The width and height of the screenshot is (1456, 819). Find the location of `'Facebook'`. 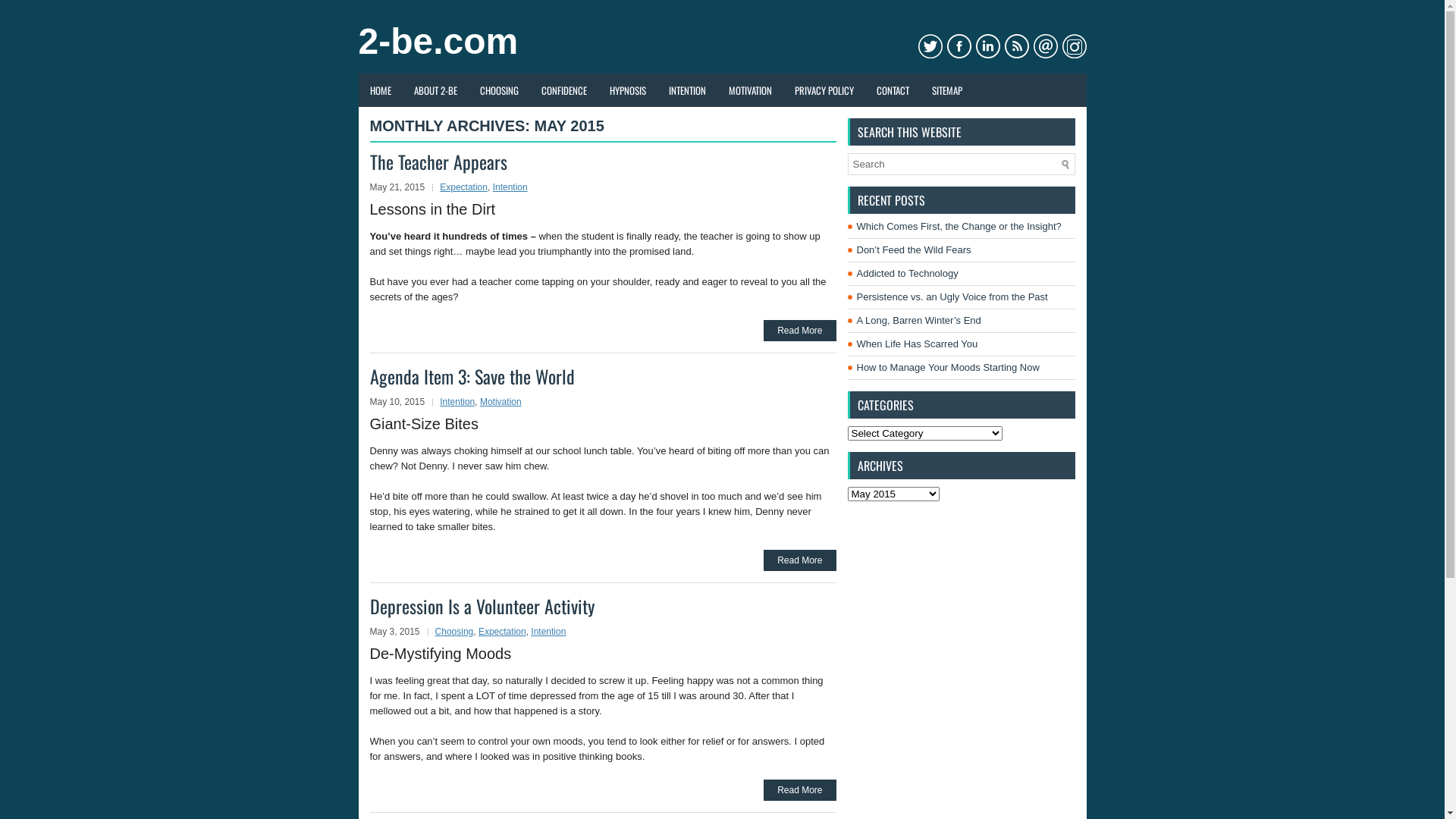

'Facebook' is located at coordinates (946, 45).